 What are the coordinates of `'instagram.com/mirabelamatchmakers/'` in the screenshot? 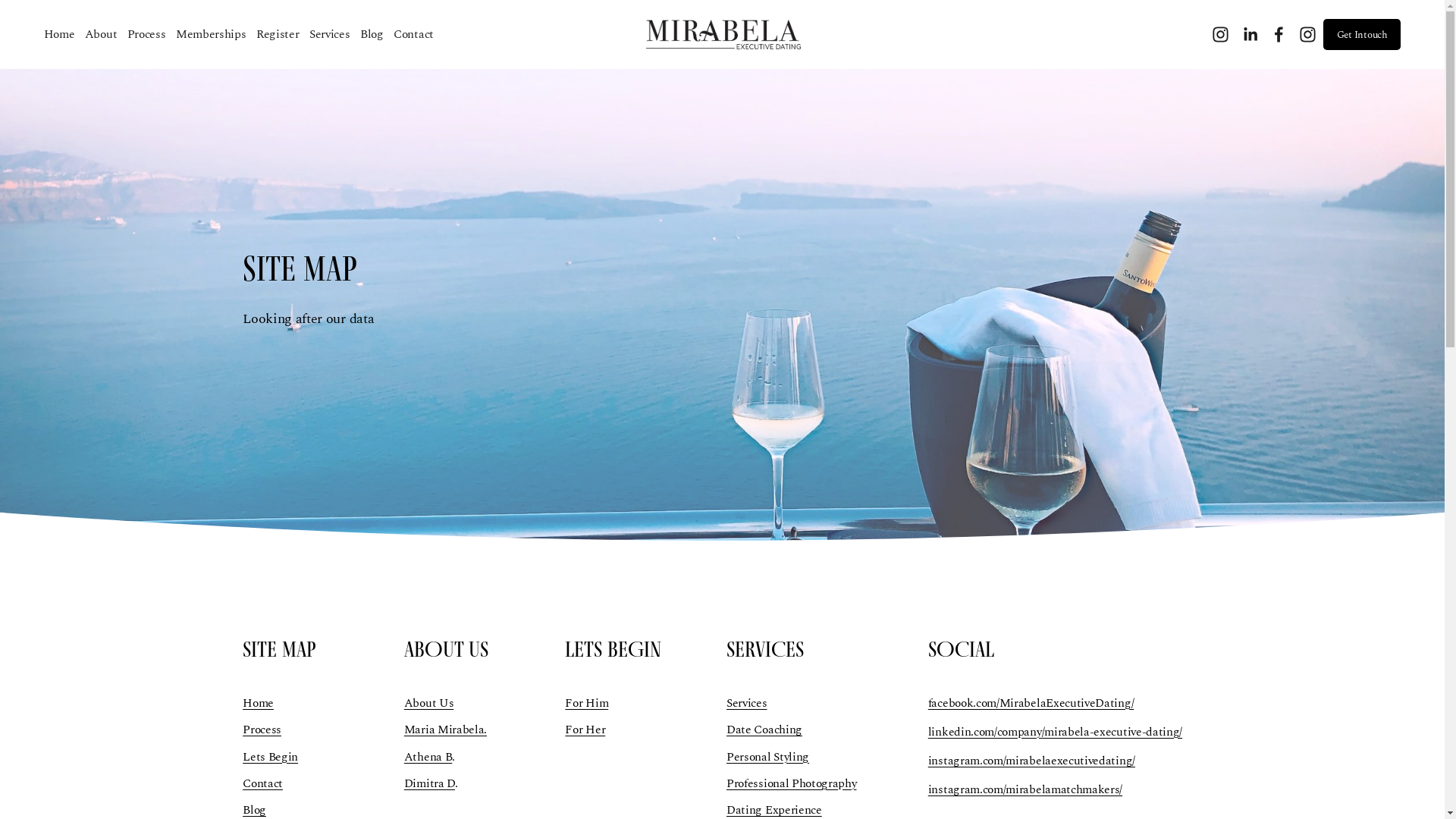 It's located at (1025, 789).